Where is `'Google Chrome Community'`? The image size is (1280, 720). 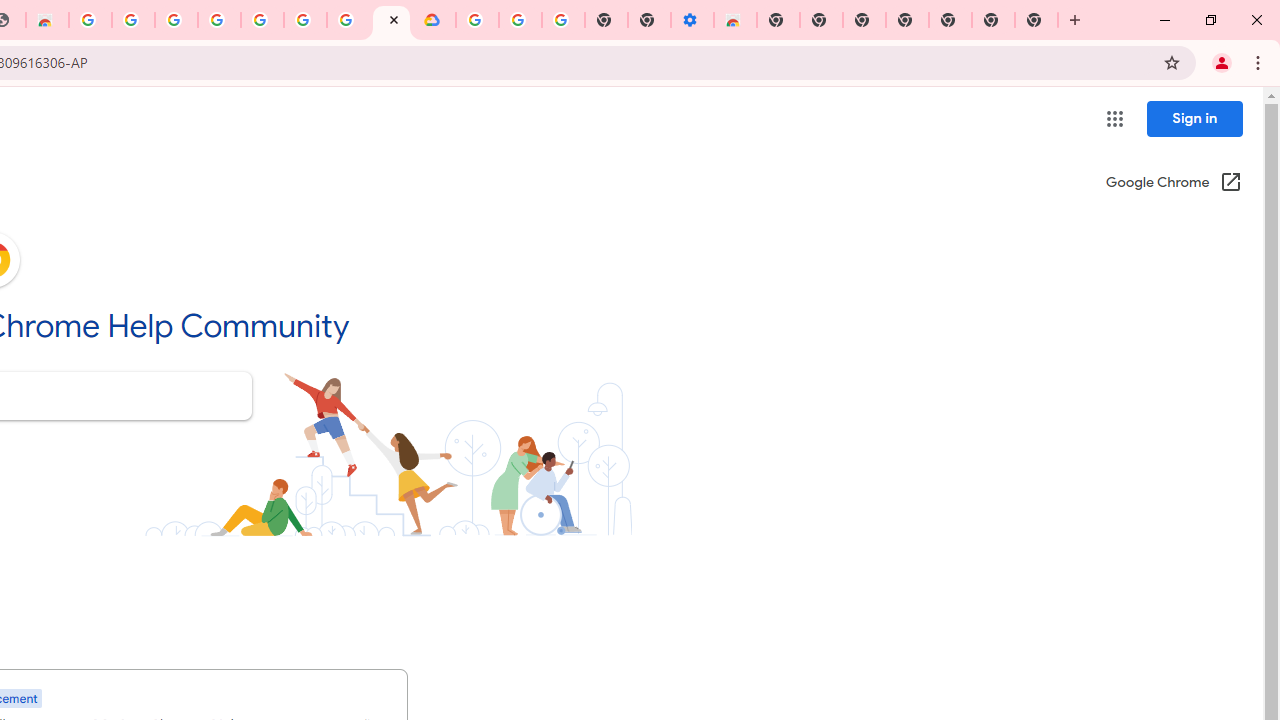
'Google Chrome Community' is located at coordinates (391, 20).